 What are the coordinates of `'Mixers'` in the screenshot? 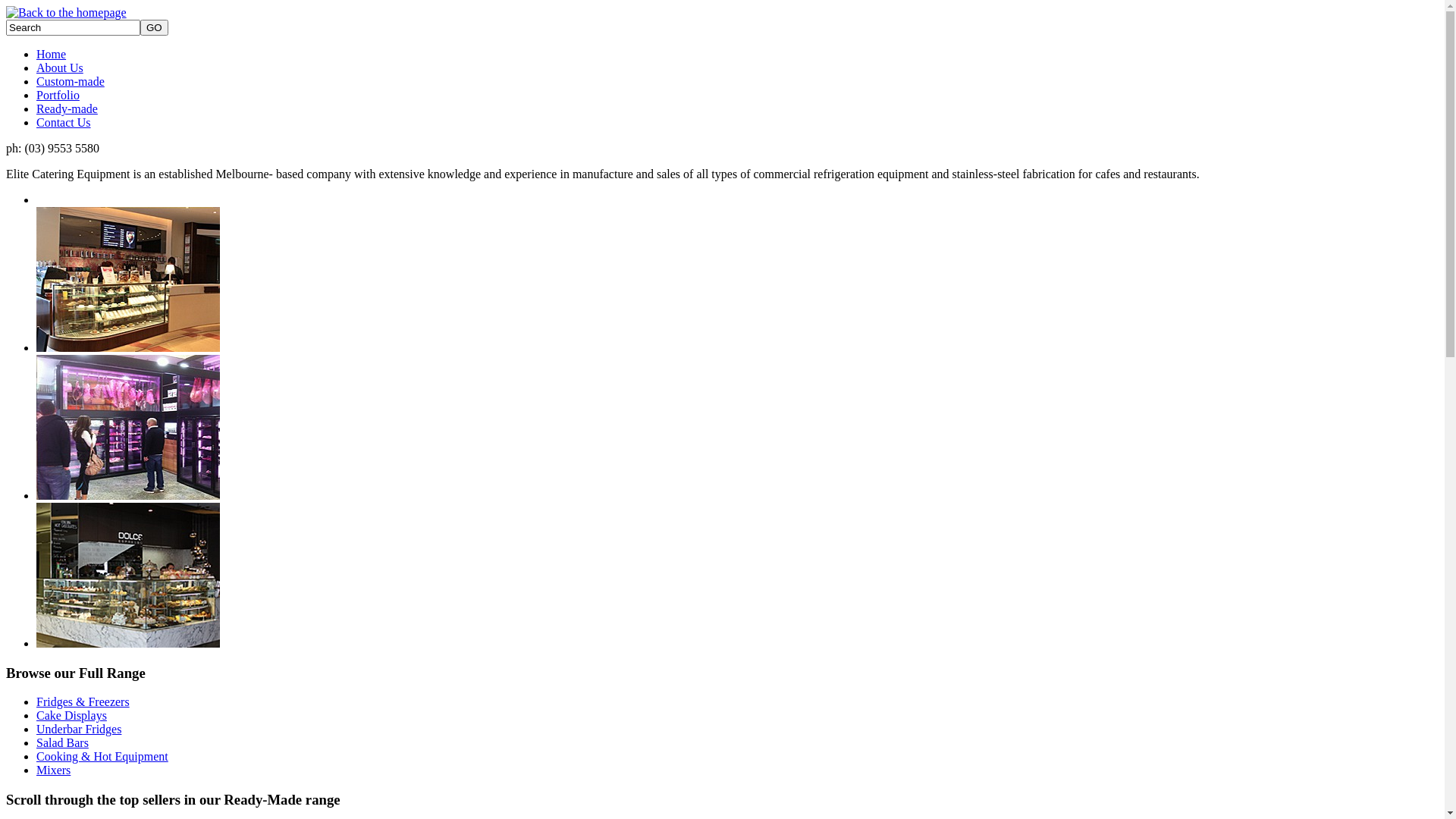 It's located at (53, 770).